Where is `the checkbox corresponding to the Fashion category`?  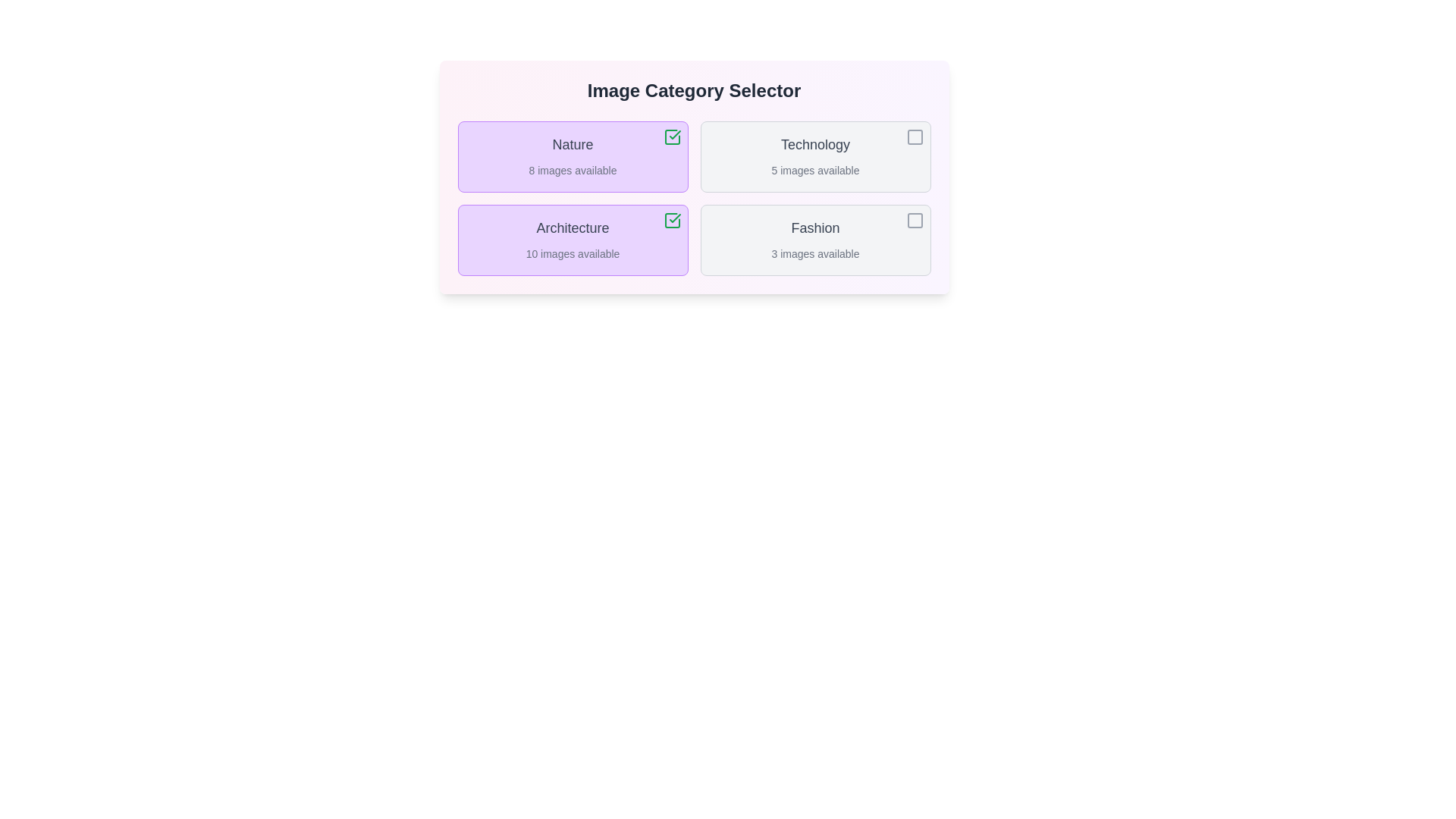 the checkbox corresponding to the Fashion category is located at coordinates (914, 220).